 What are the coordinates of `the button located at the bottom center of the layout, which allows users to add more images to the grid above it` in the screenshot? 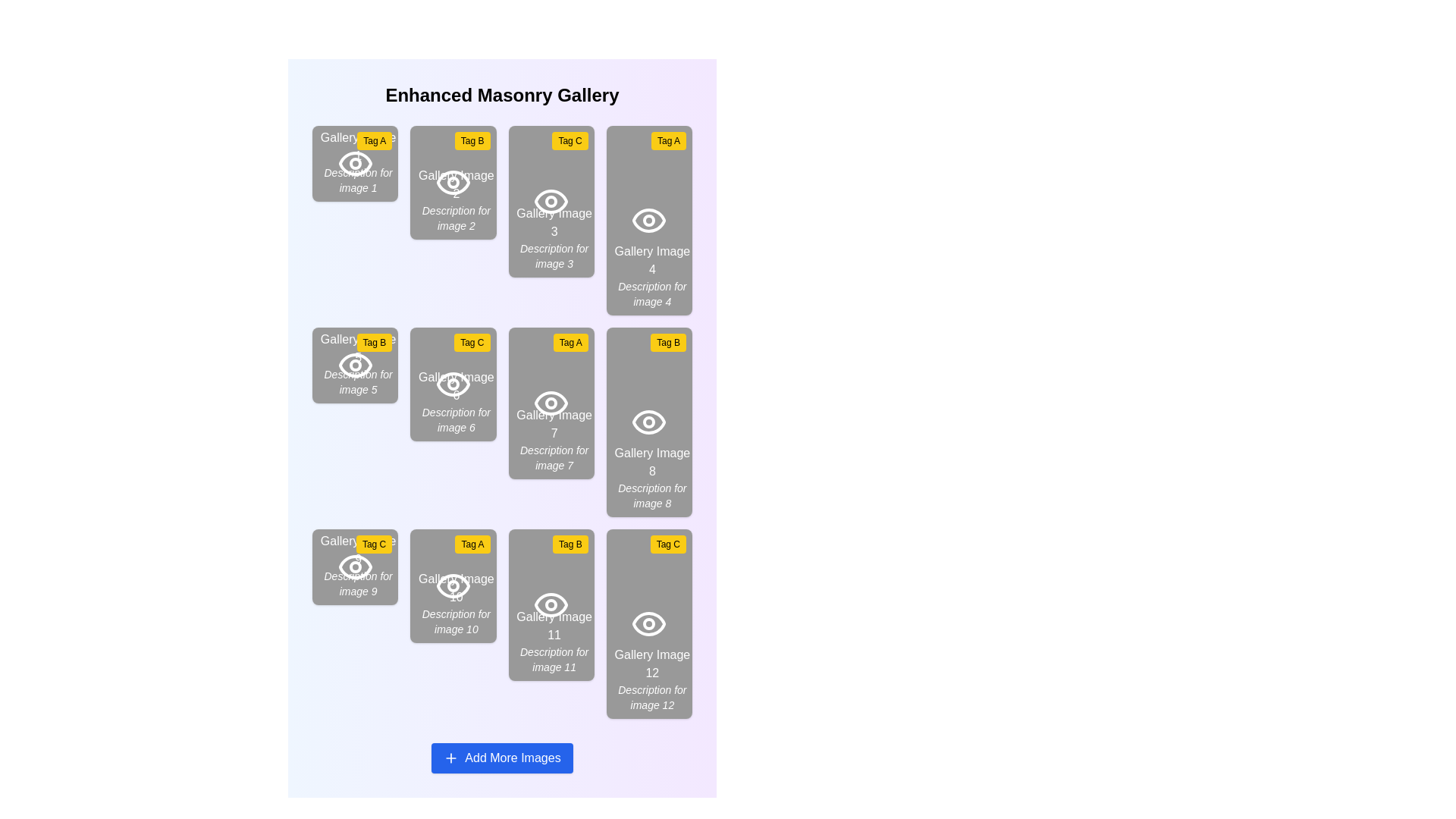 It's located at (502, 758).